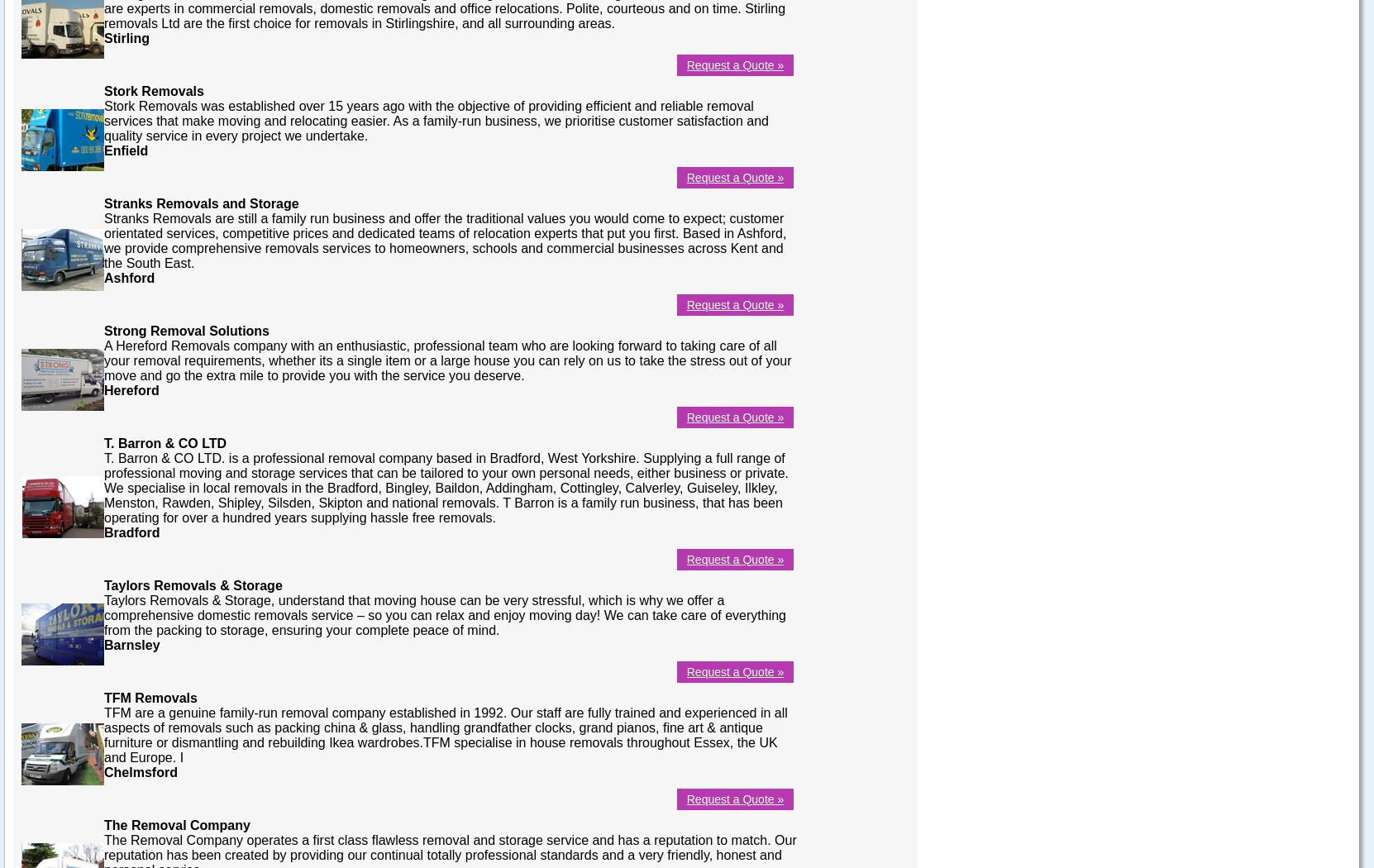  Describe the element at coordinates (103, 442) in the screenshot. I see `'T. Barron & CO LTD'` at that location.